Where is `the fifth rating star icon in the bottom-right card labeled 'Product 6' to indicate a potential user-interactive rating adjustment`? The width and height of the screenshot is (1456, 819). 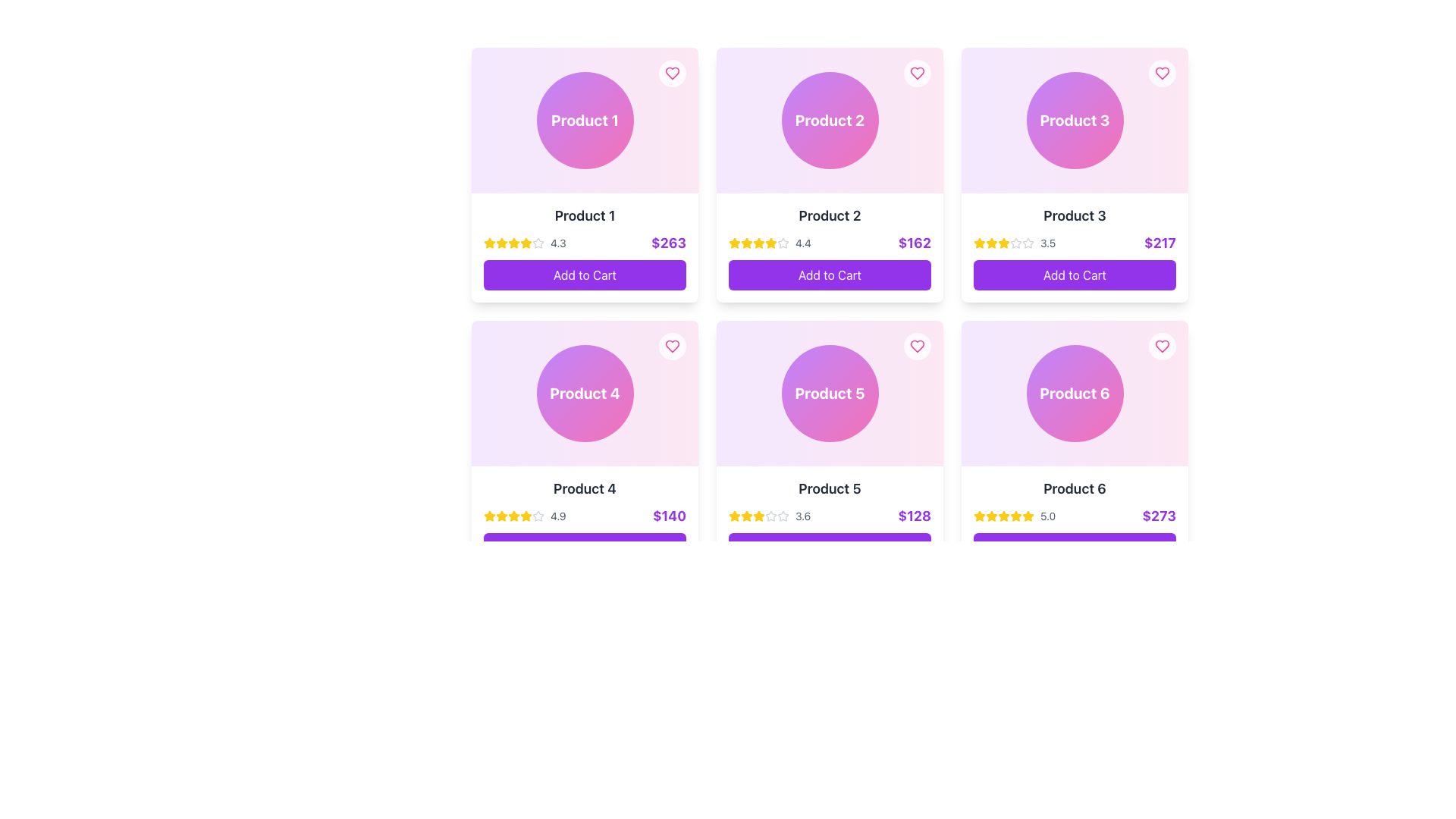
the fifth rating star icon in the bottom-right card labeled 'Product 6' to indicate a potential user-interactive rating adjustment is located at coordinates (979, 515).